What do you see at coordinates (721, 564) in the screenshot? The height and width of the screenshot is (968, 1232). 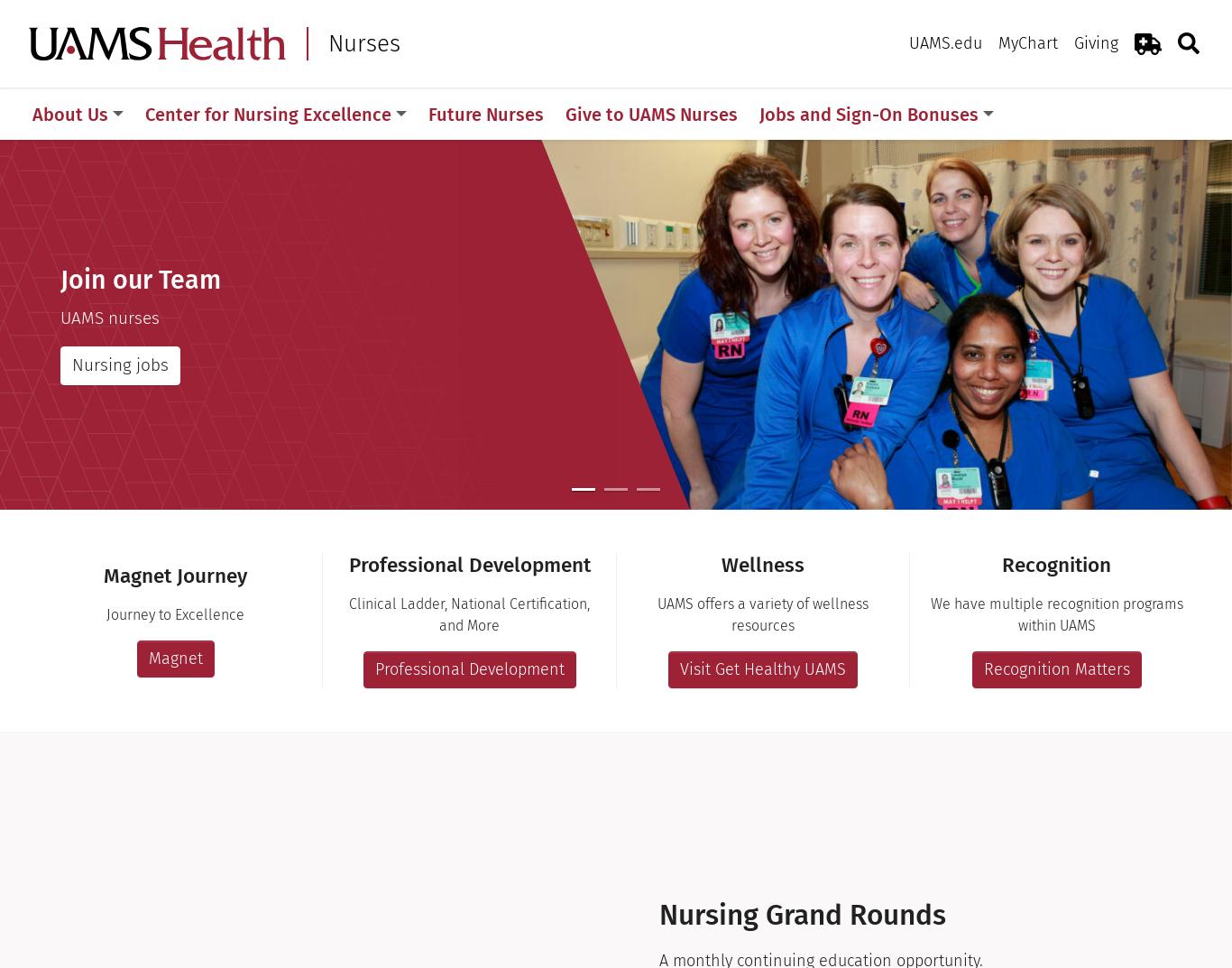 I see `'Wellness'` at bounding box center [721, 564].